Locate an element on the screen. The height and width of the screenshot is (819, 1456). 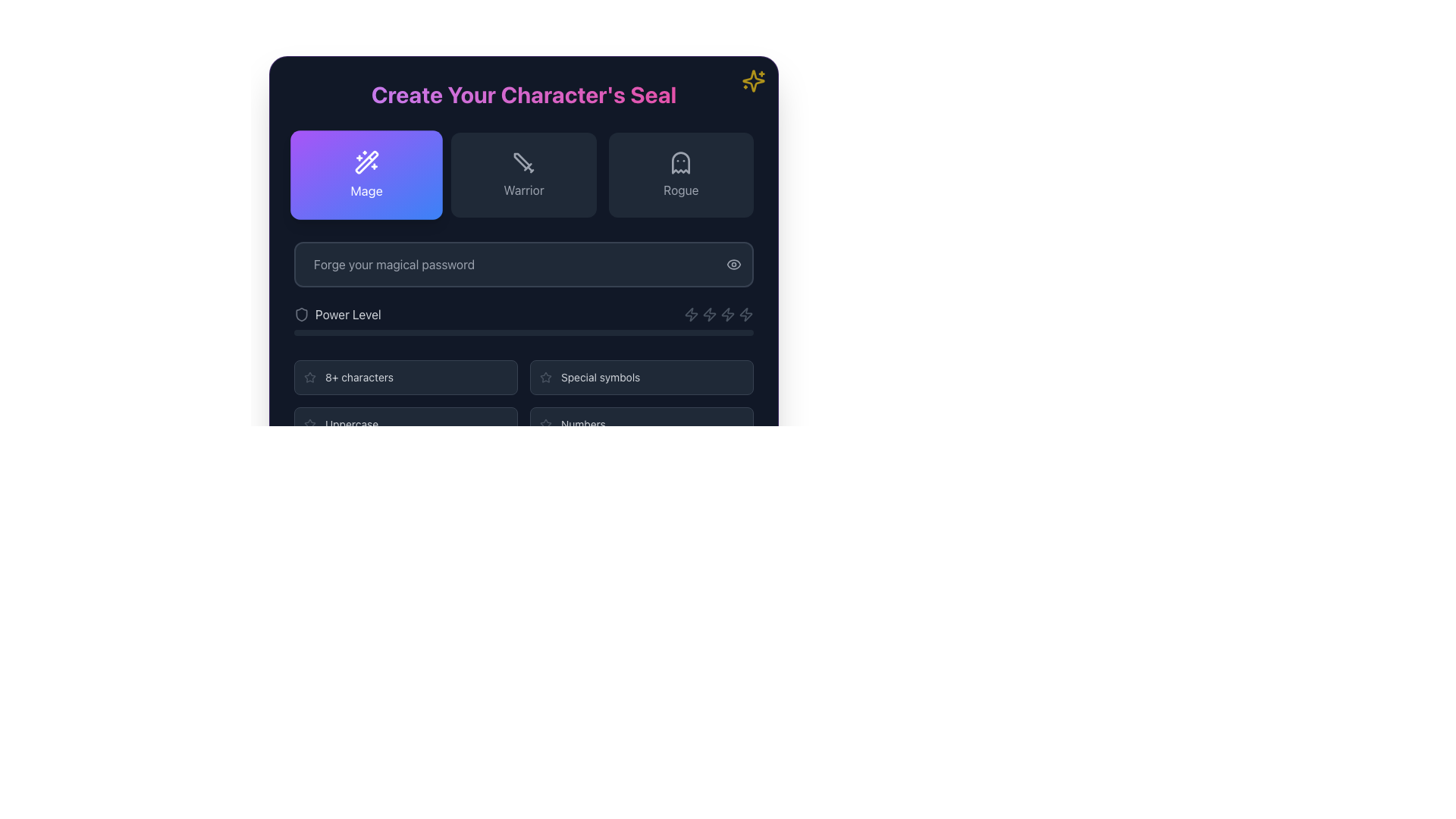
the lightning bolt icon located in the top-right section of the interface is located at coordinates (691, 314).